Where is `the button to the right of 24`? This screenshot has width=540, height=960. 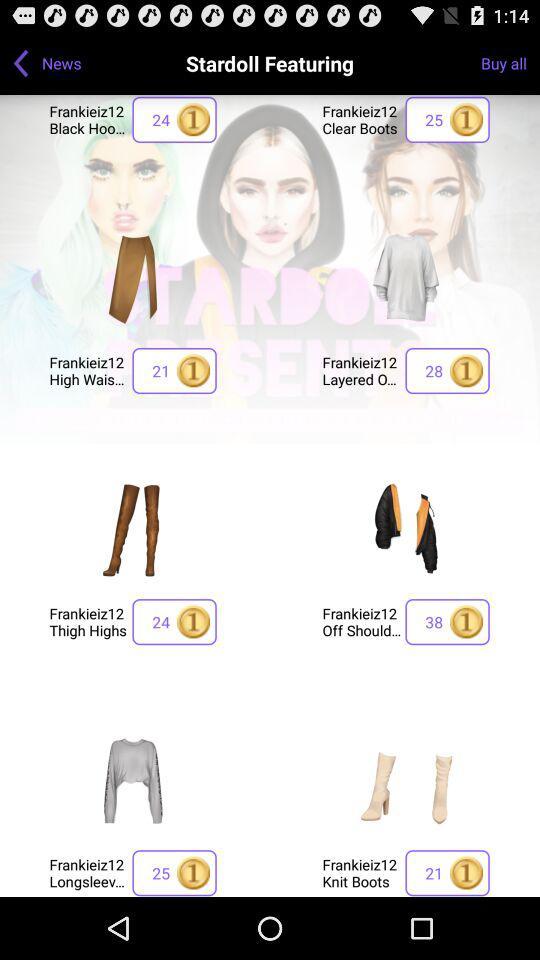 the button to the right of 24 is located at coordinates (360, 620).